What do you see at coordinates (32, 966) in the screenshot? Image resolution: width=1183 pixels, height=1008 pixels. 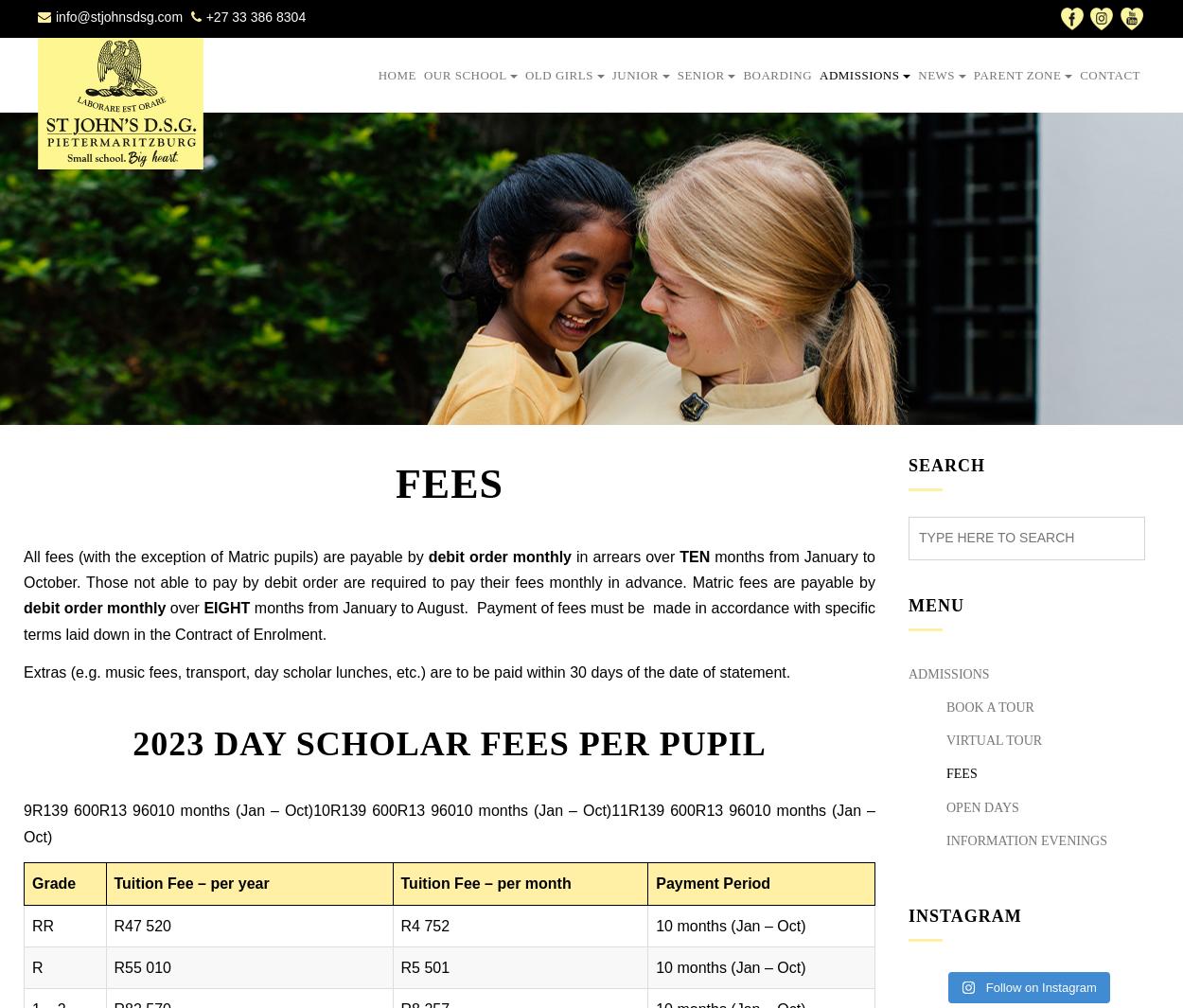 I see `'R'` at bounding box center [32, 966].